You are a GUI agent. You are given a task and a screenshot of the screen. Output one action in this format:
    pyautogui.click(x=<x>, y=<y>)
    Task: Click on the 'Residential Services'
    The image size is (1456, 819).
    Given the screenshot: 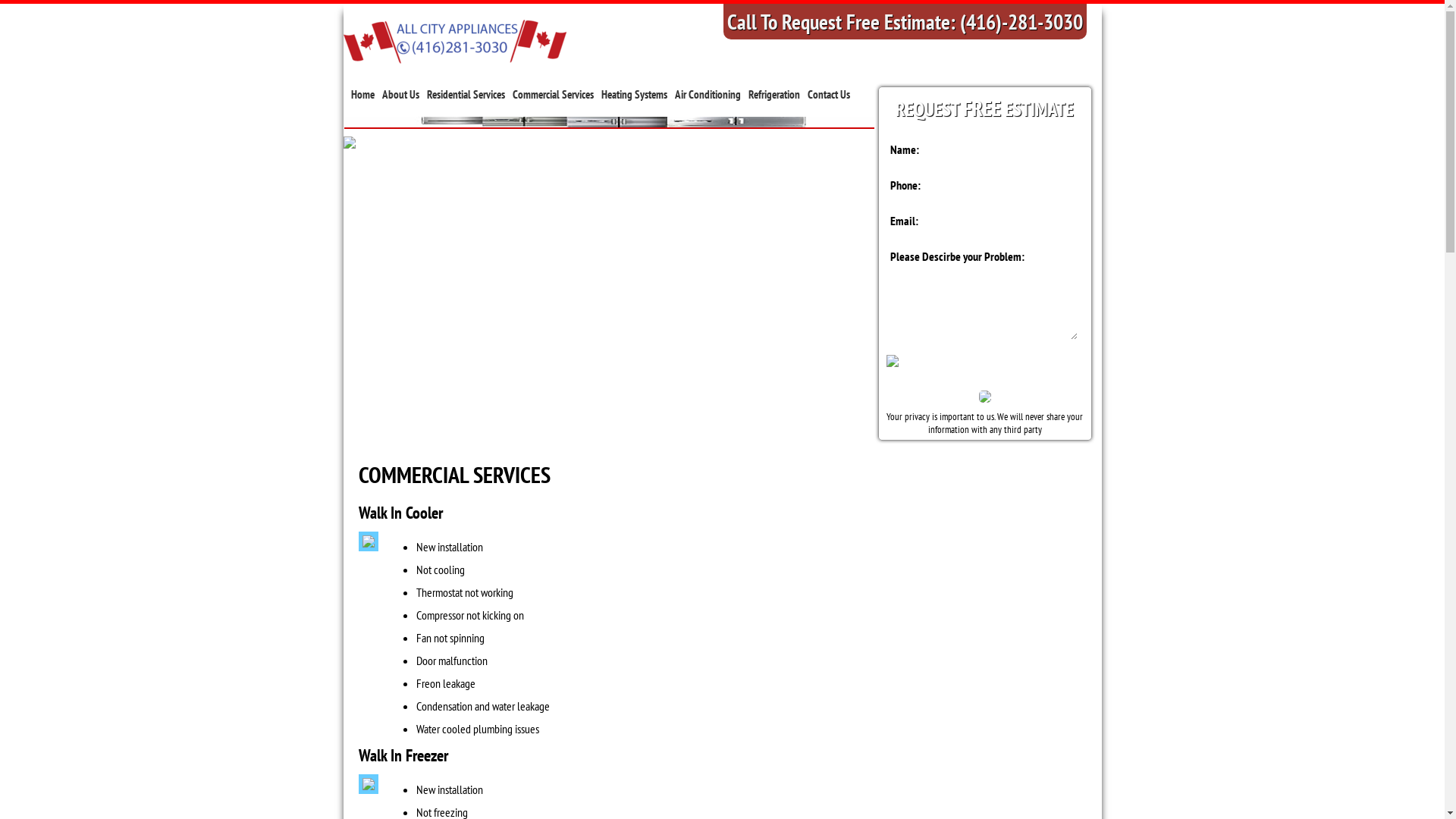 What is the action you would take?
    pyautogui.click(x=464, y=94)
    